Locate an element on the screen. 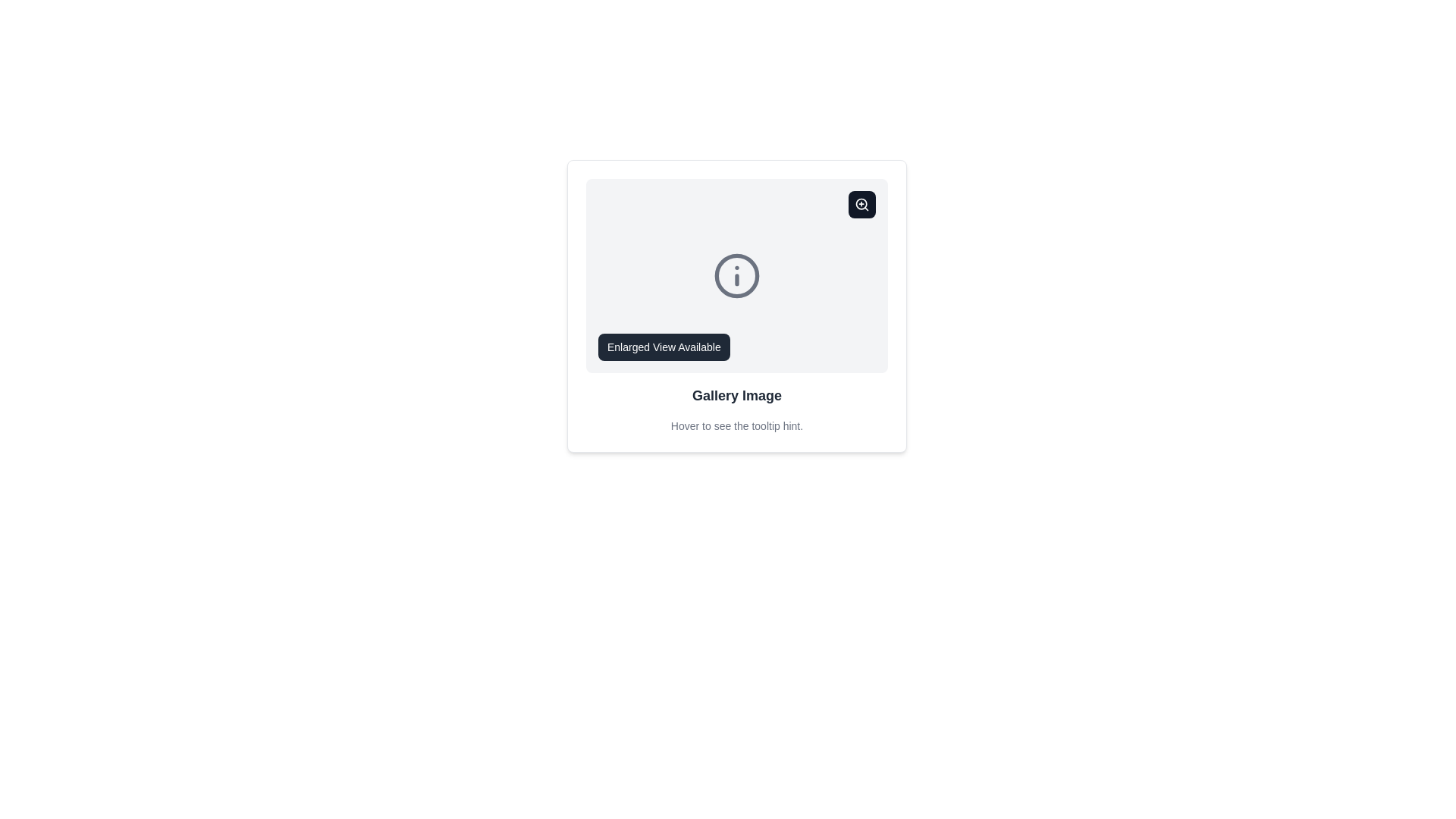  the zoom-in icon located at the top right corner of the image card is located at coordinates (862, 205).